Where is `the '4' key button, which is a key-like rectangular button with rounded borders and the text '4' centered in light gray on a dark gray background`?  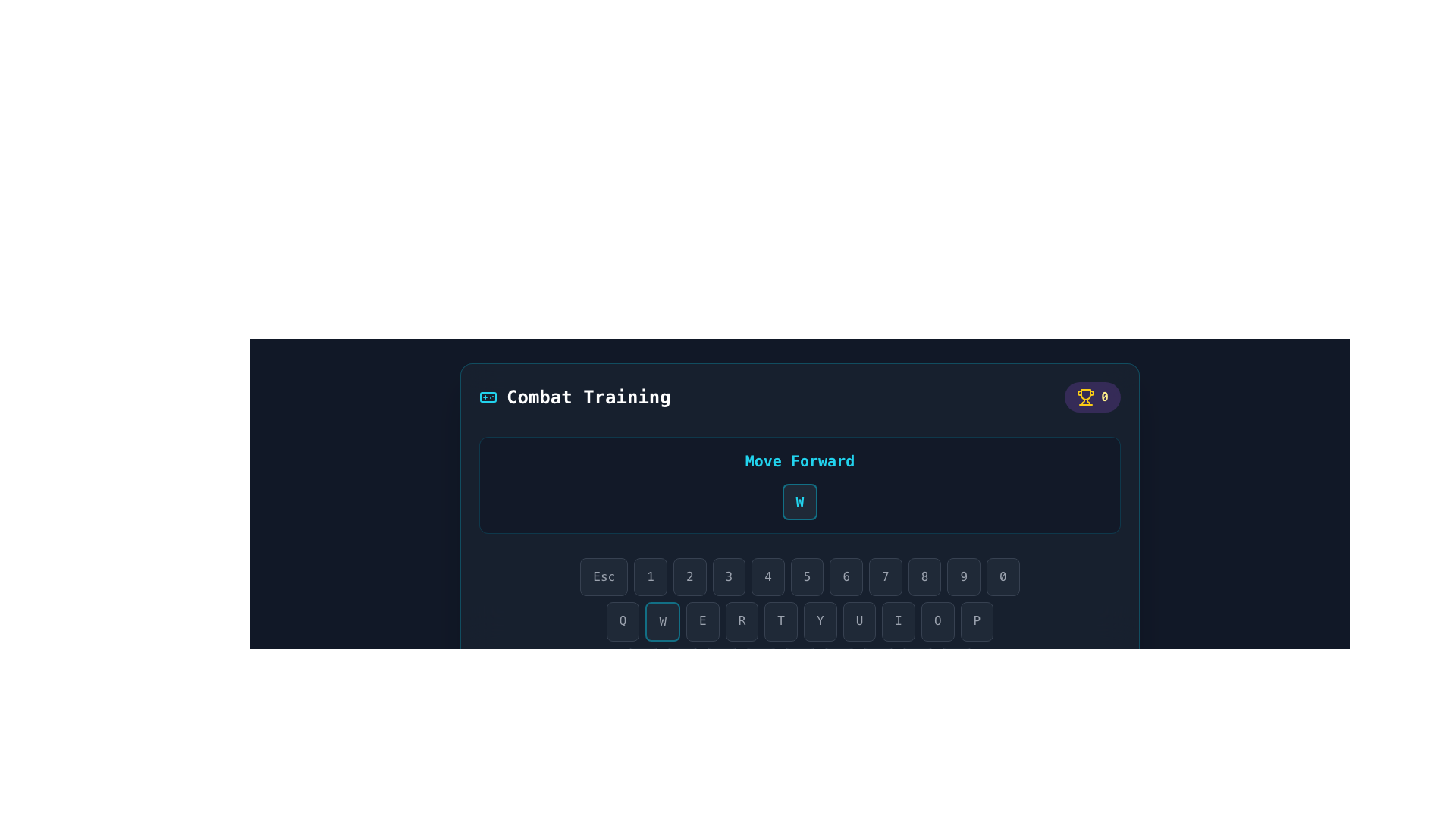 the '4' key button, which is a key-like rectangular button with rounded borders and the text '4' centered in light gray on a dark gray background is located at coordinates (767, 576).